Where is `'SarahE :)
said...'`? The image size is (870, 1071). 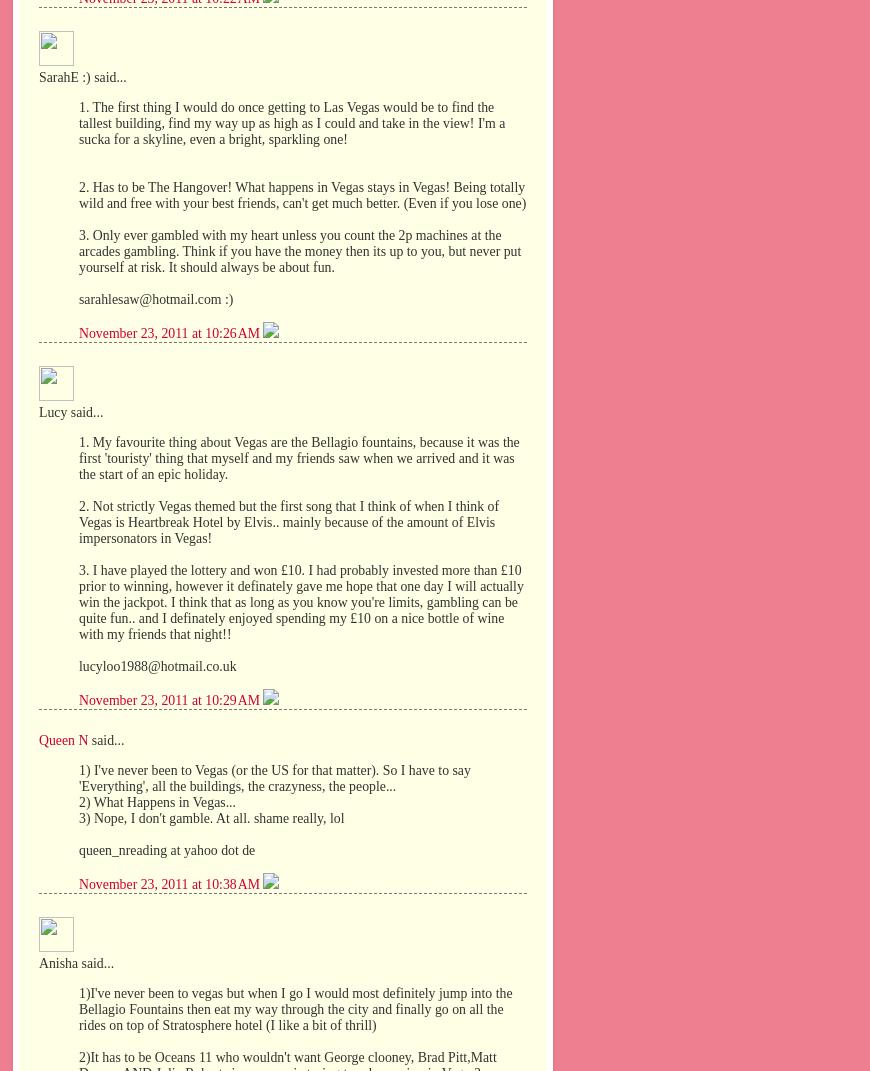
'SarahE :)
said...' is located at coordinates (37, 76).